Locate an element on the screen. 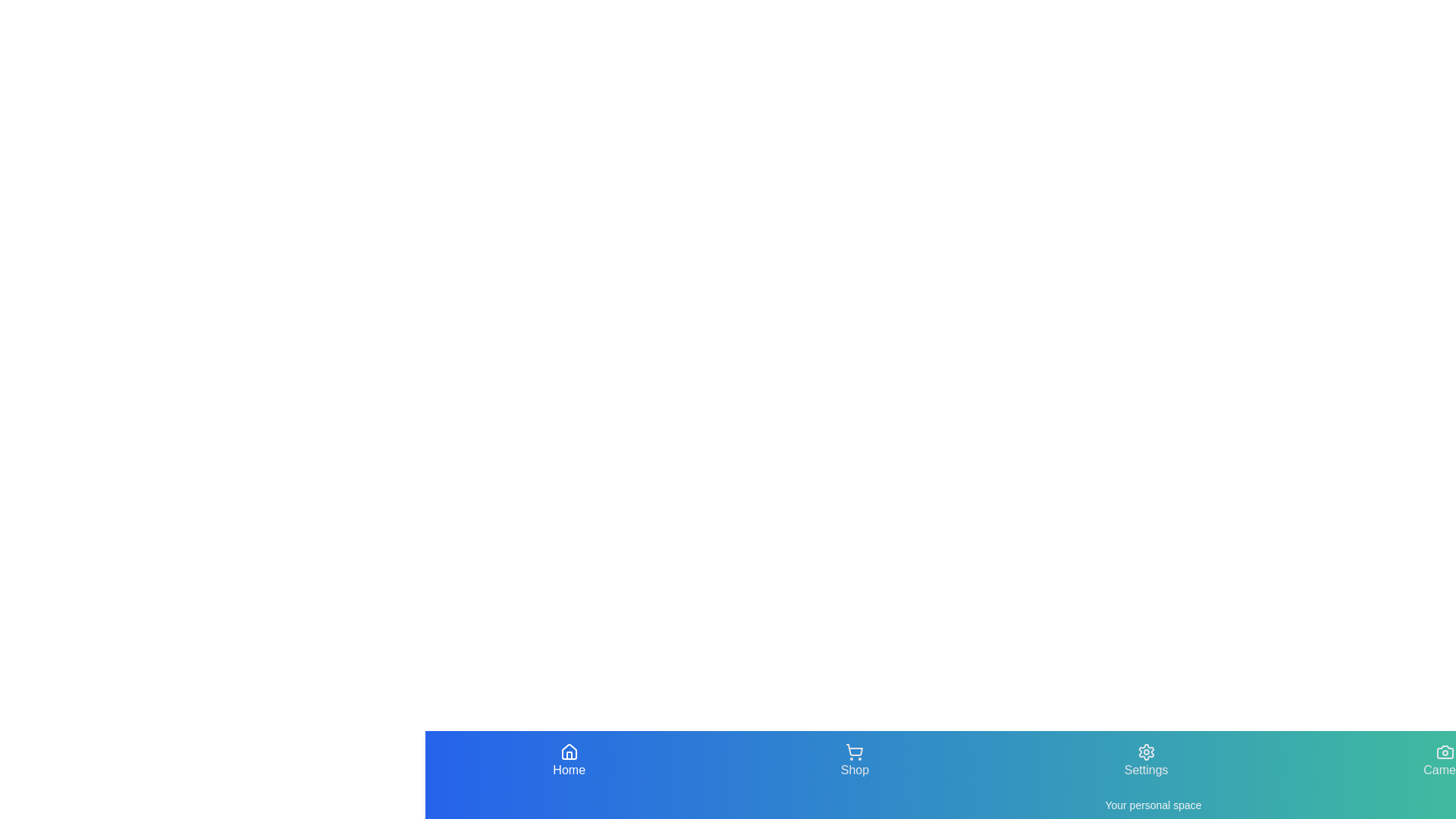  the Settings navigation tab by clicking on it is located at coordinates (1146, 761).